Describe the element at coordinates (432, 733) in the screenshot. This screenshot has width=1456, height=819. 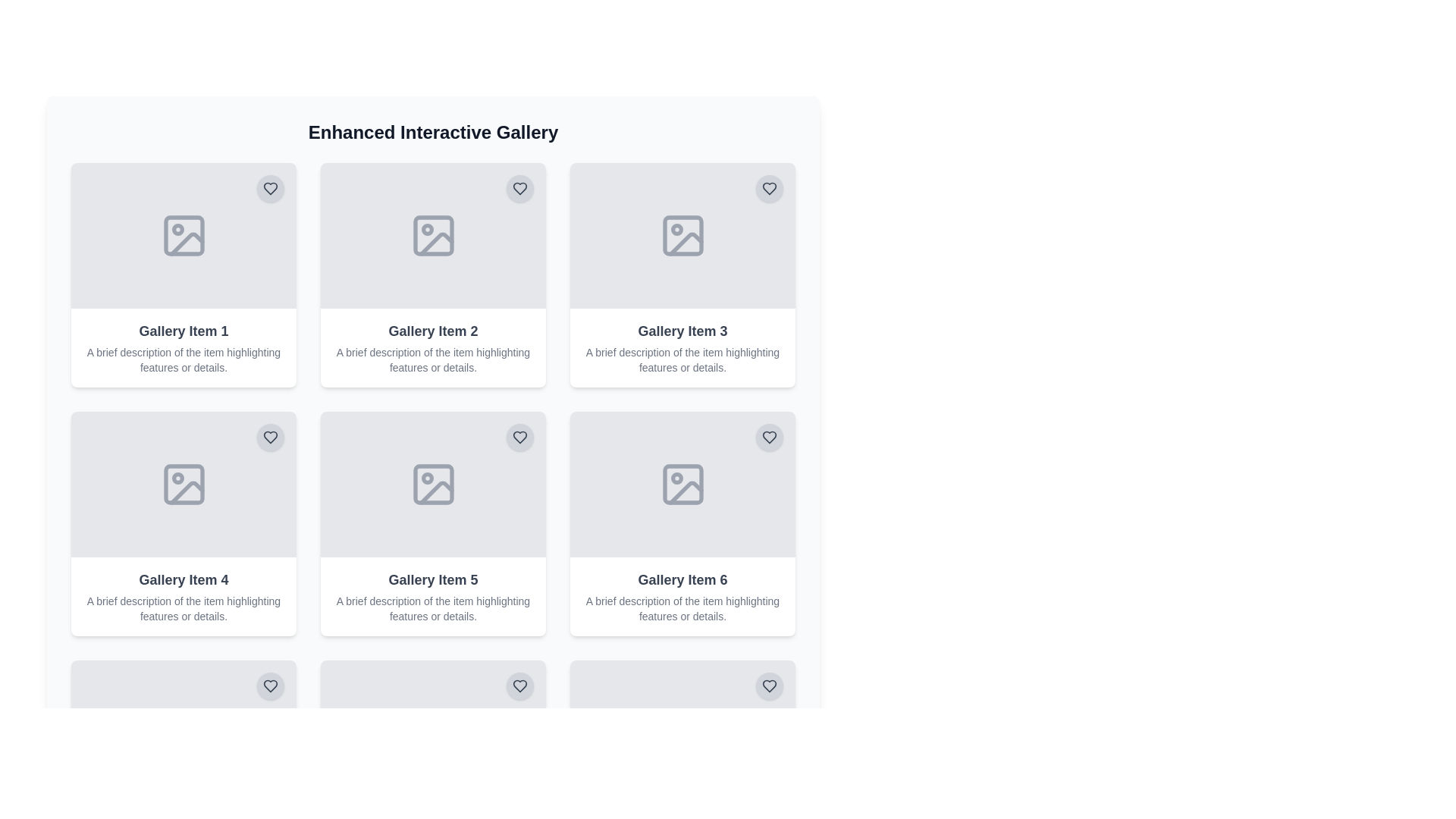
I see `the heart button located in the top-right corner of the composite UI component with a light gray background and rounded borders, which is part of 'Gallery Item 8'` at that location.